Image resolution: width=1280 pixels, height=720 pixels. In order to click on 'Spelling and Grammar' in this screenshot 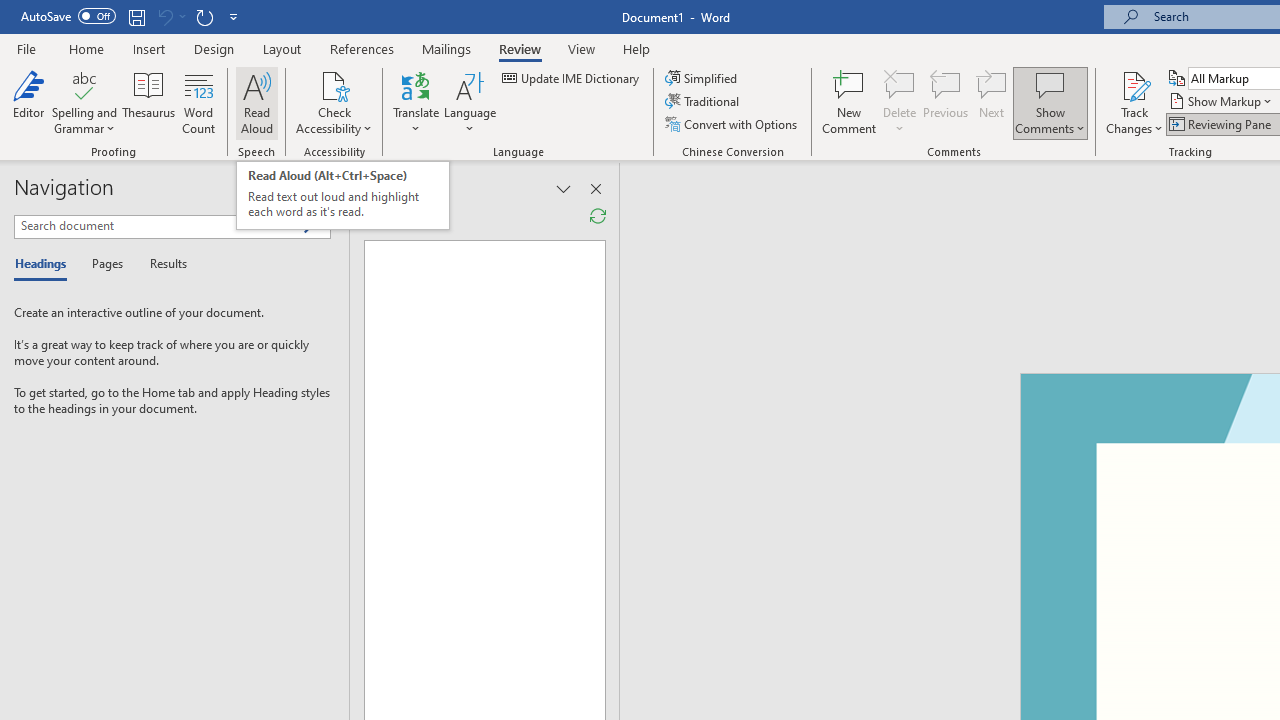, I will do `click(84, 103)`.